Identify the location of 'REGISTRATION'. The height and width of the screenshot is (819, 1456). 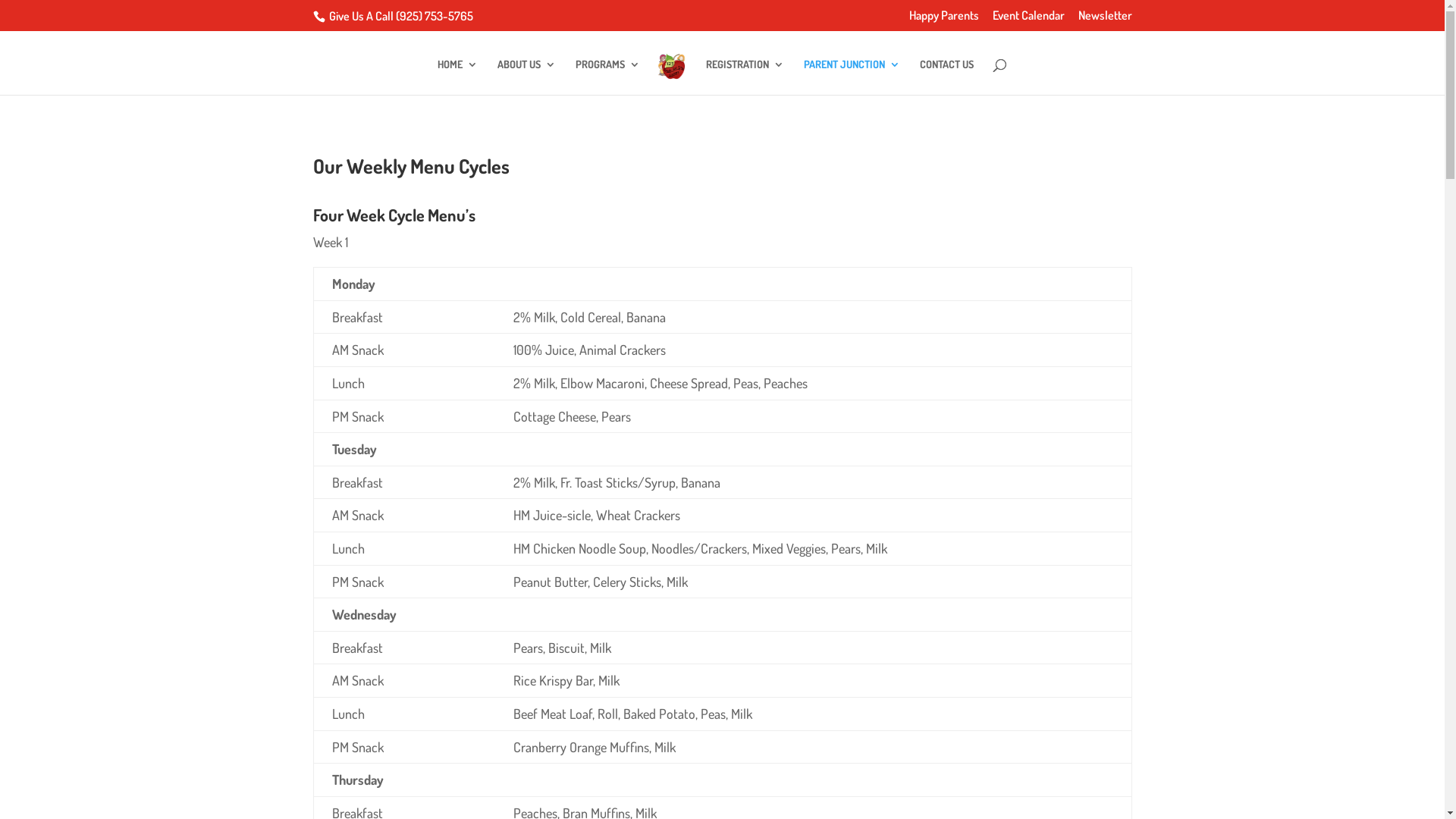
(745, 77).